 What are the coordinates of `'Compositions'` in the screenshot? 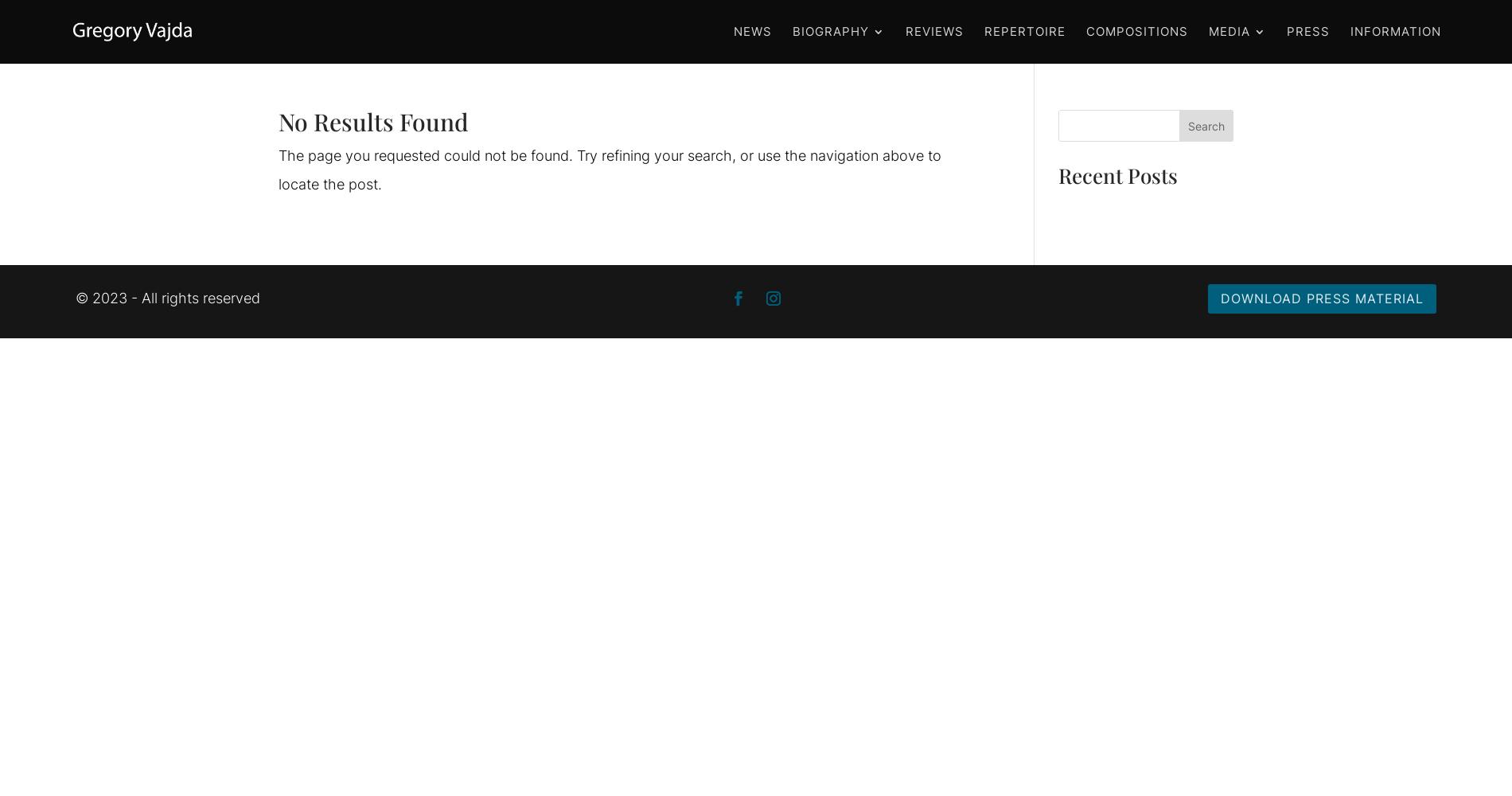 It's located at (1136, 31).